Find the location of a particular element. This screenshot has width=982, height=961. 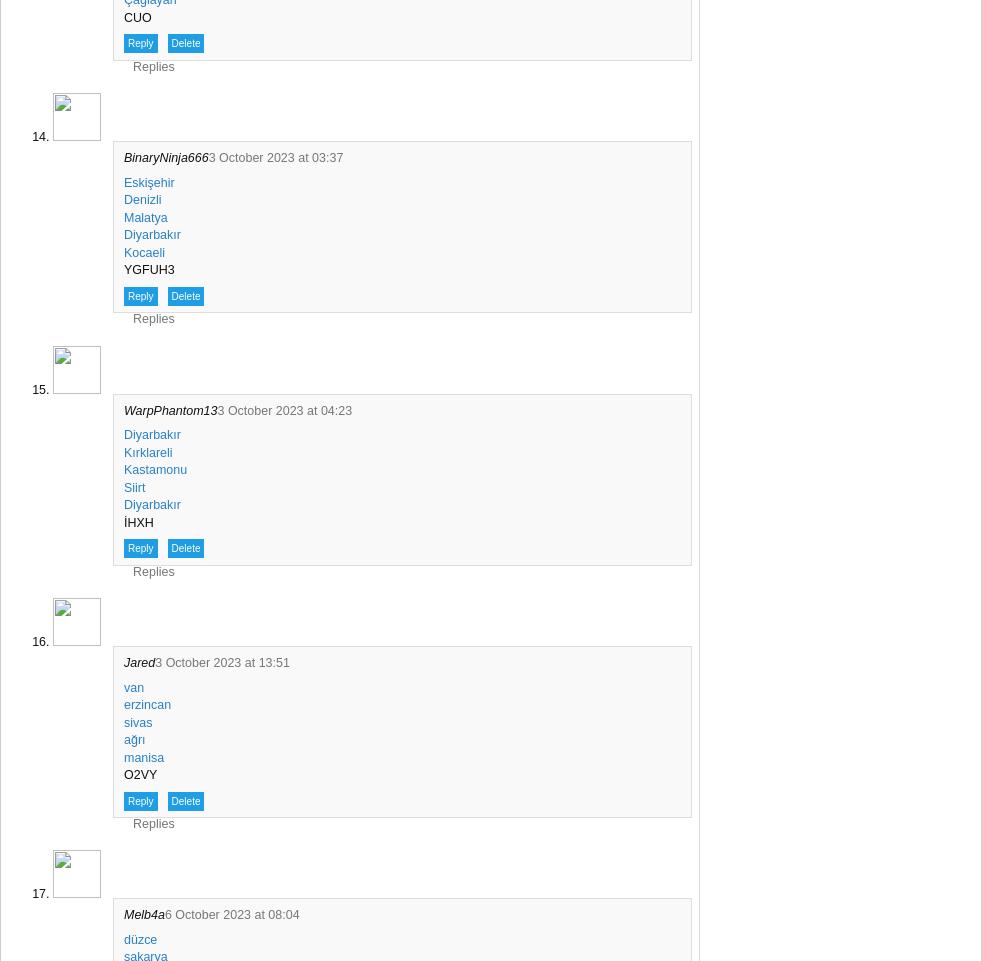

'6 October 2023 at 08:04' is located at coordinates (230, 914).